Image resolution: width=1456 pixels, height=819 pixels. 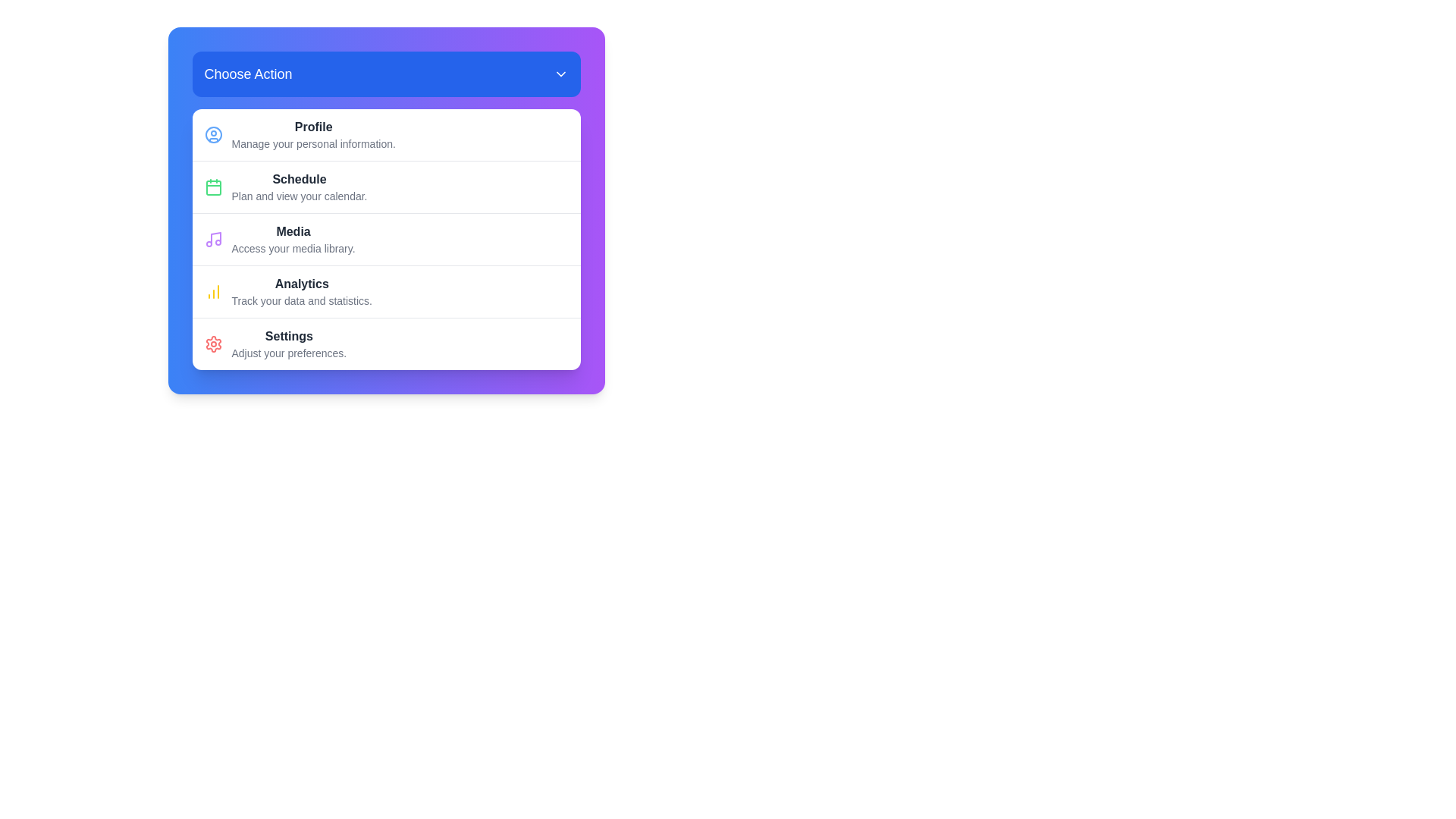 I want to click on the 'Settings' list item, which features a red gear icon and contains the text 'Settings' and 'Adjust your preferences.', so click(x=386, y=344).